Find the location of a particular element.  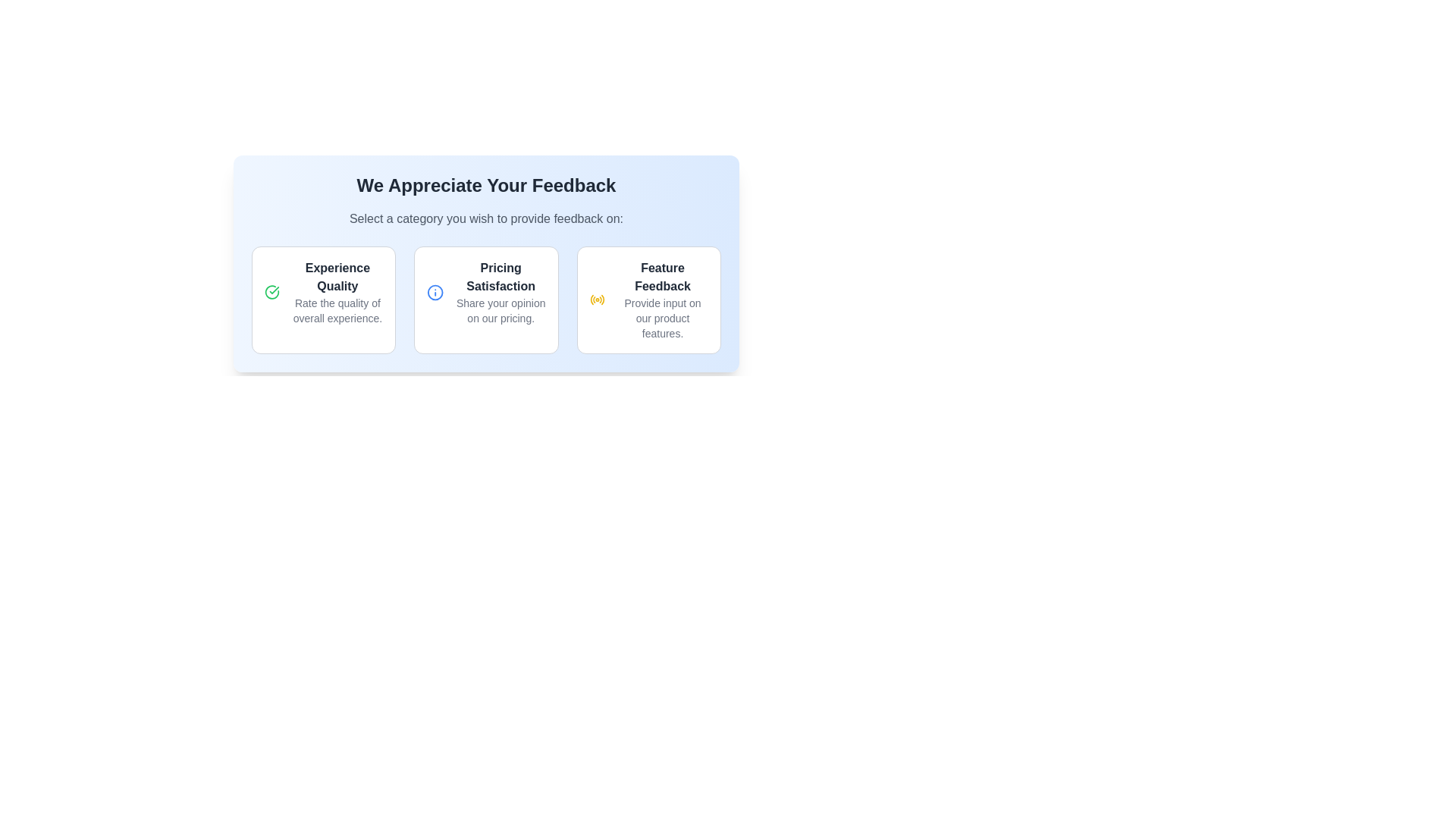

the static text heading that serves as a welcoming section for the feedback form, located directly above the subheading 'Select a category you wish to provide feedback on.' is located at coordinates (486, 185).